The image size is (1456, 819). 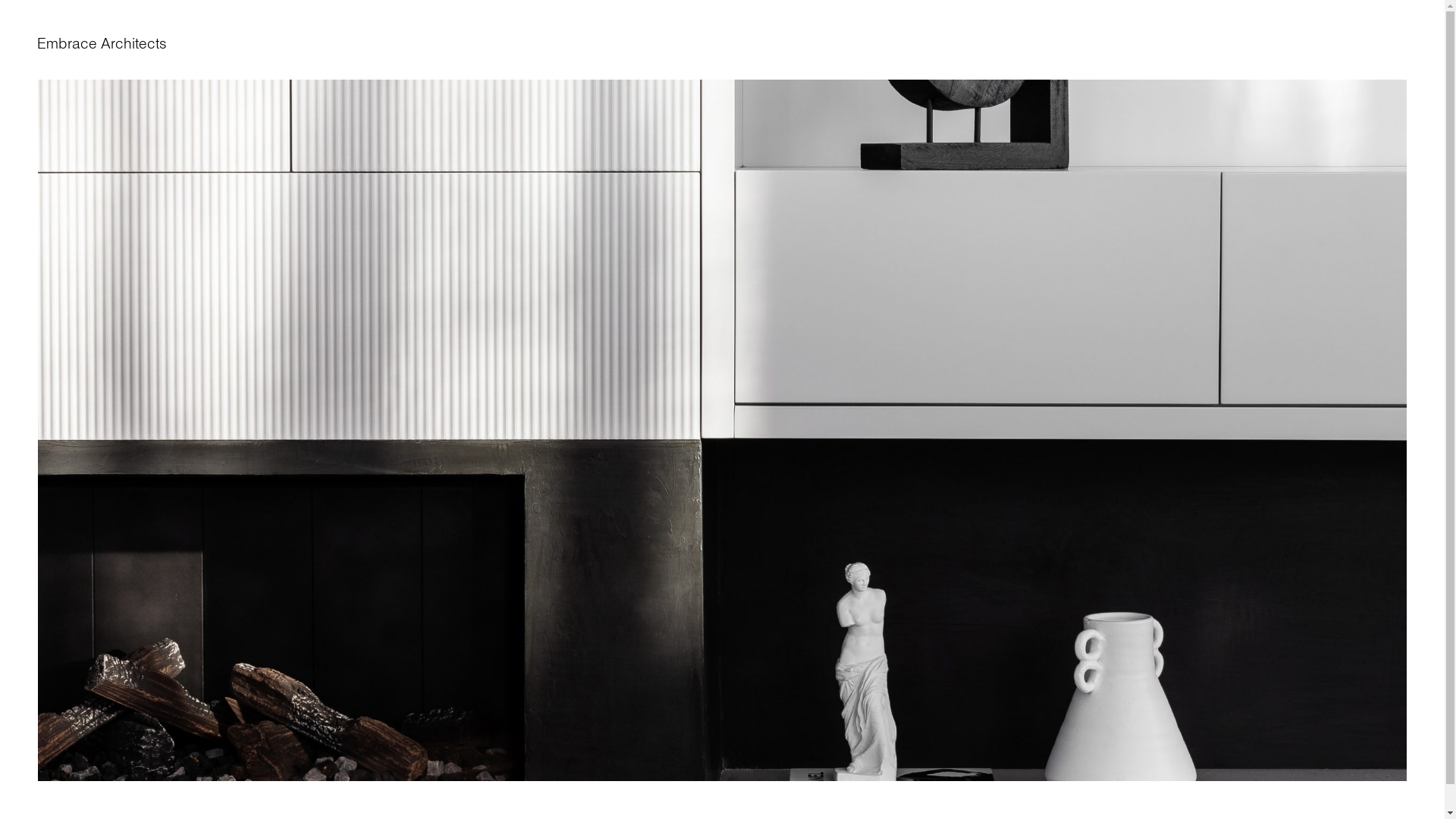 I want to click on 'Embrace Architects', so click(x=101, y=42).